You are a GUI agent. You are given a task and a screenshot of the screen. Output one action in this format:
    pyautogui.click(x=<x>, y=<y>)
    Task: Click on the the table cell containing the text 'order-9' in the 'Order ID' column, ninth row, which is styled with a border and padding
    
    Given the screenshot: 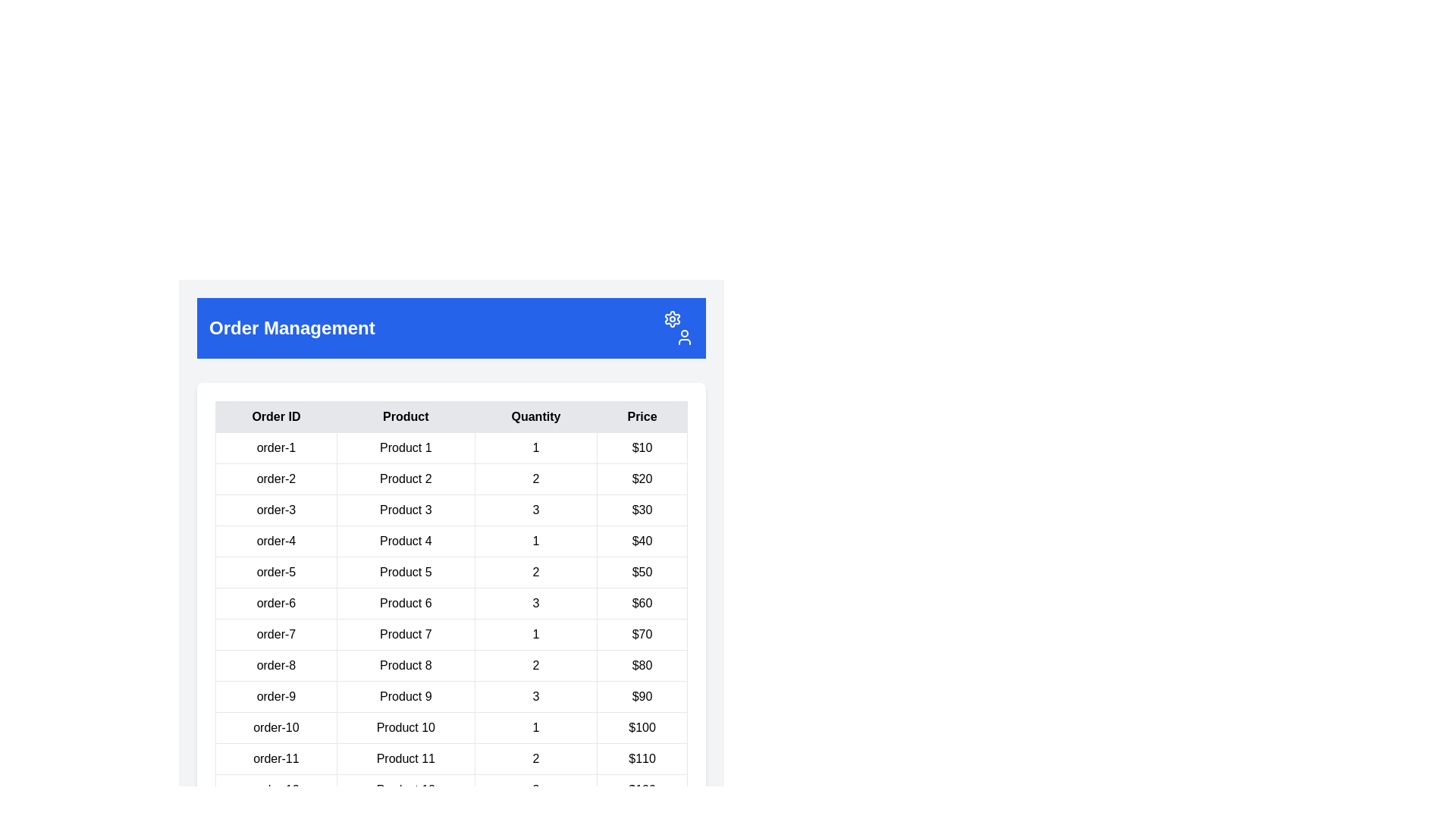 What is the action you would take?
    pyautogui.click(x=276, y=696)
    